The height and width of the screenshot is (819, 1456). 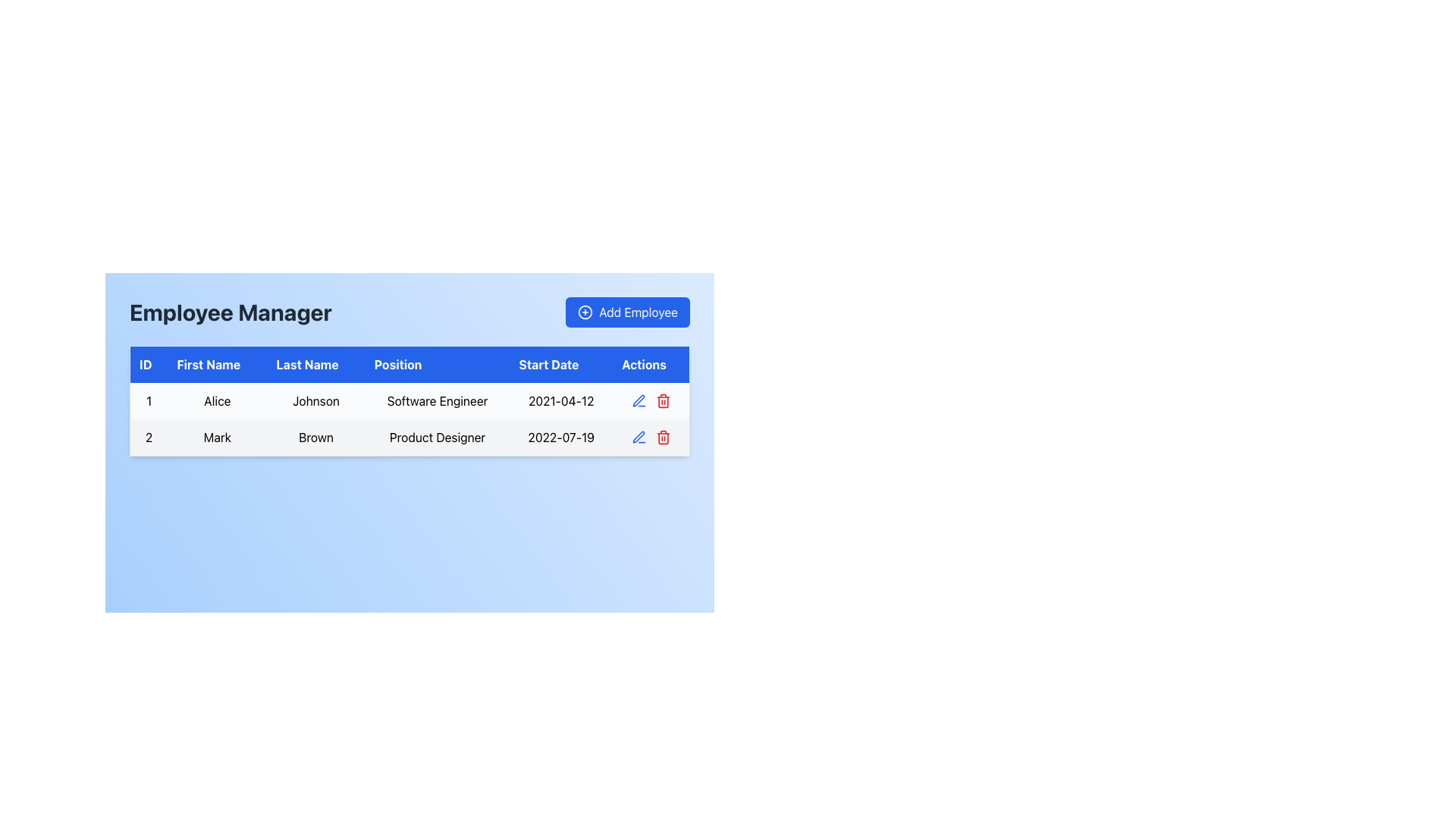 What do you see at coordinates (651, 438) in the screenshot?
I see `the interactive icon within the 'Actions' field of the row for 'Mark Brown' to enable keyboard interaction` at bounding box center [651, 438].